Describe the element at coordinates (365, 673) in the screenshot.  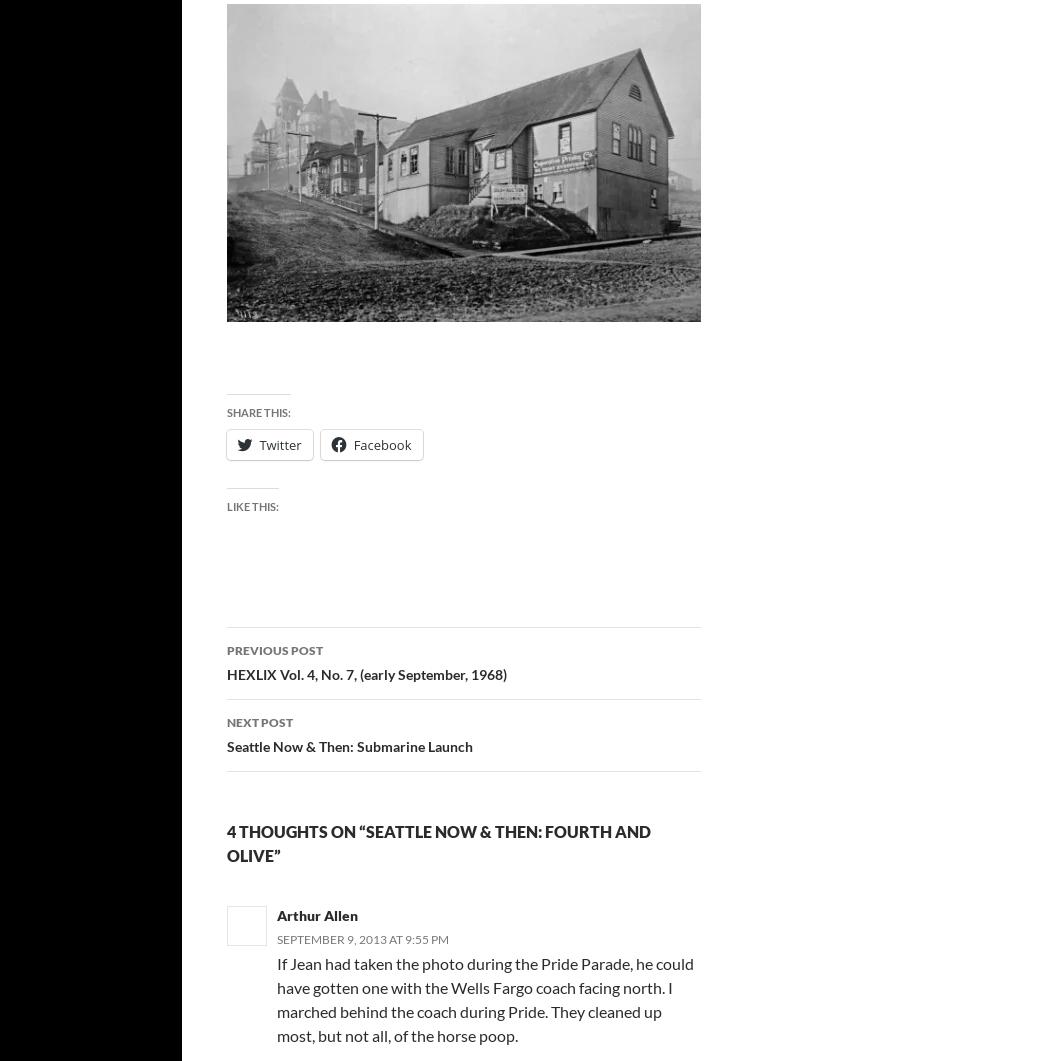
I see `'HEXLIX Vol. 4, No. 7, (early September, 1968)'` at that location.